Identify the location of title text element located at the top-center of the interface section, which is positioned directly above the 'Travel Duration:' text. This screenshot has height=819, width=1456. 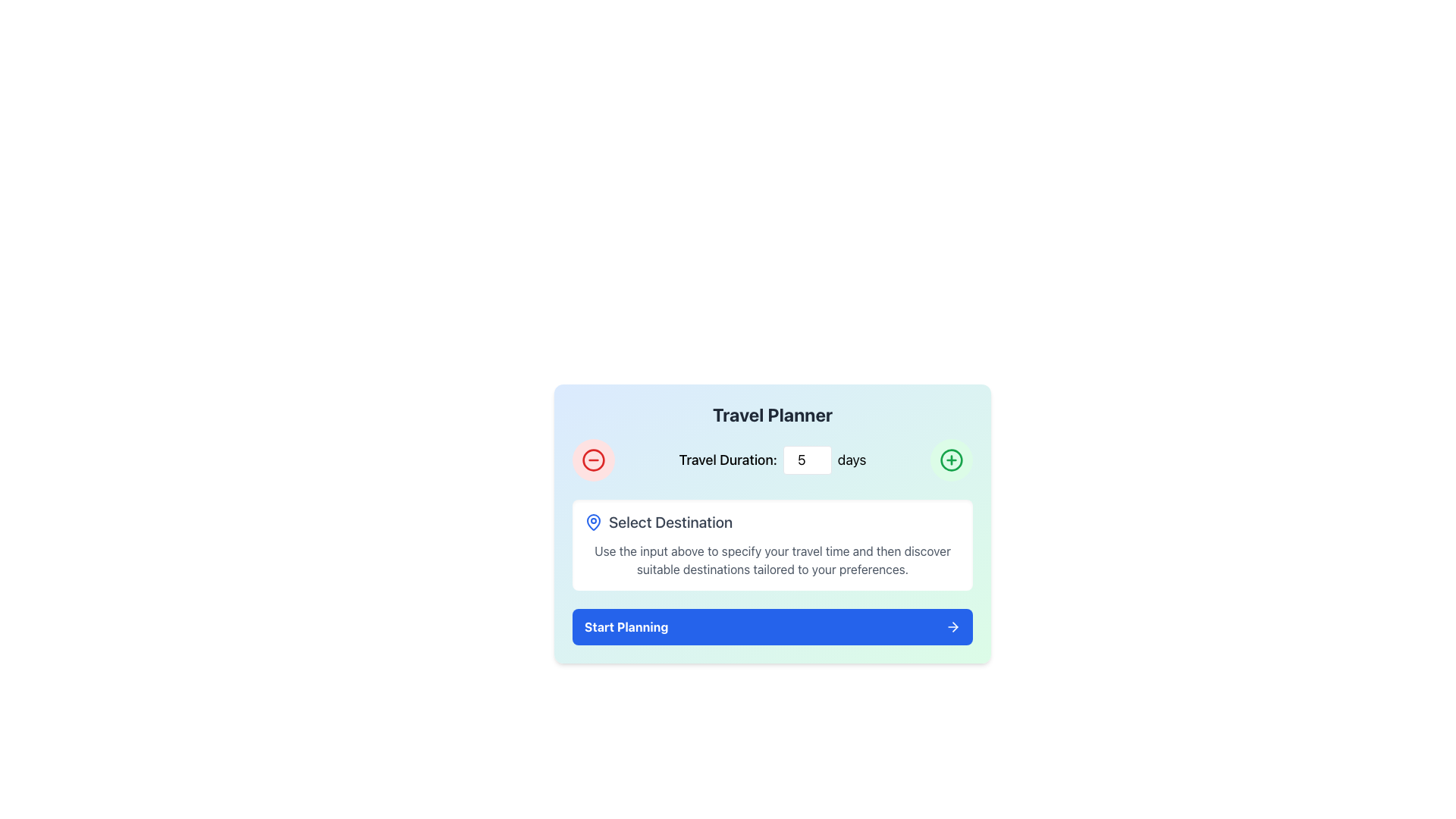
(772, 415).